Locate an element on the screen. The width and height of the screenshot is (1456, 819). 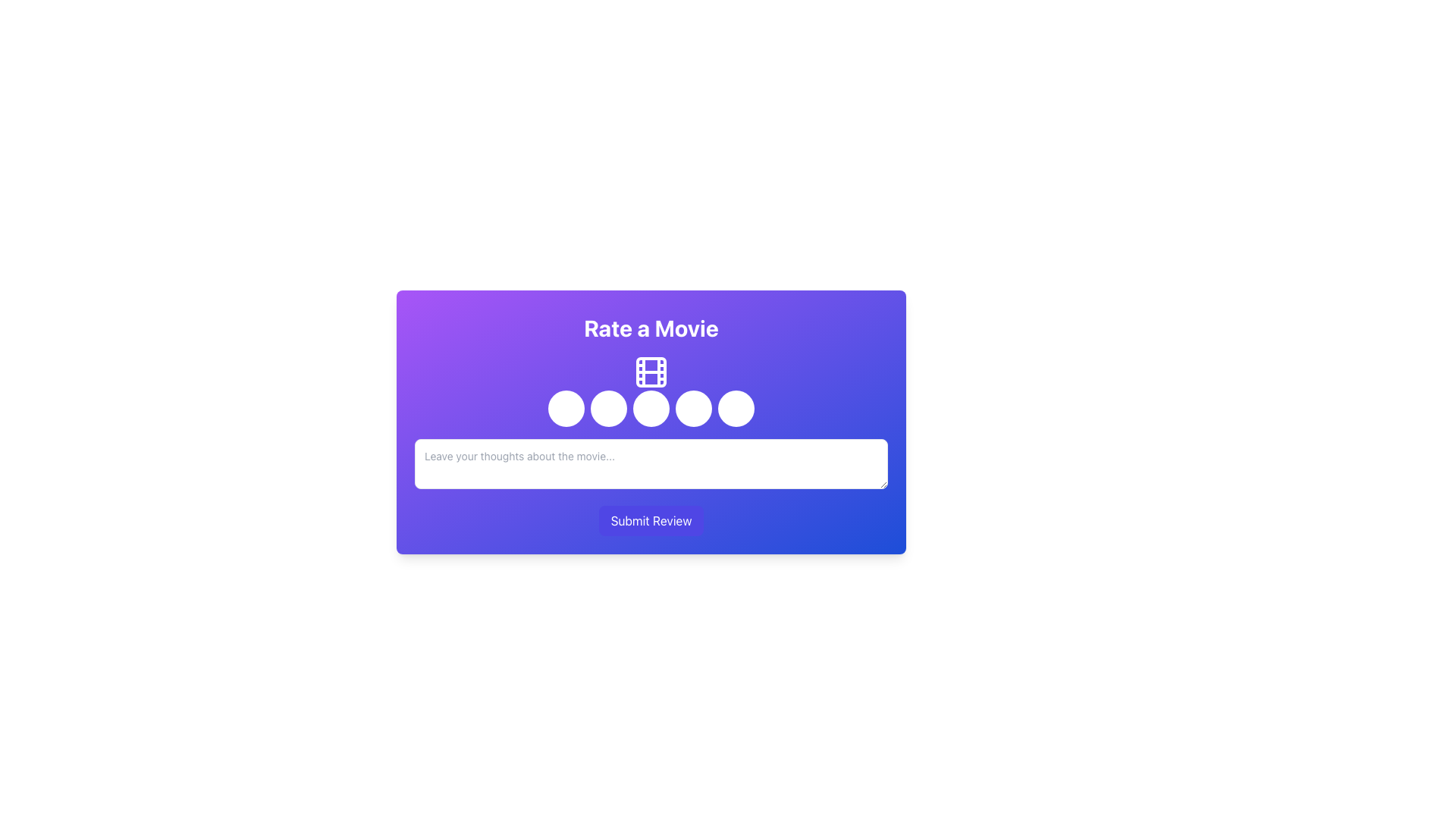
the circular button with a white background located below the 'Rate a Movie' title, which is the last in a set of five buttons, to trigger a visual effect is located at coordinates (736, 408).